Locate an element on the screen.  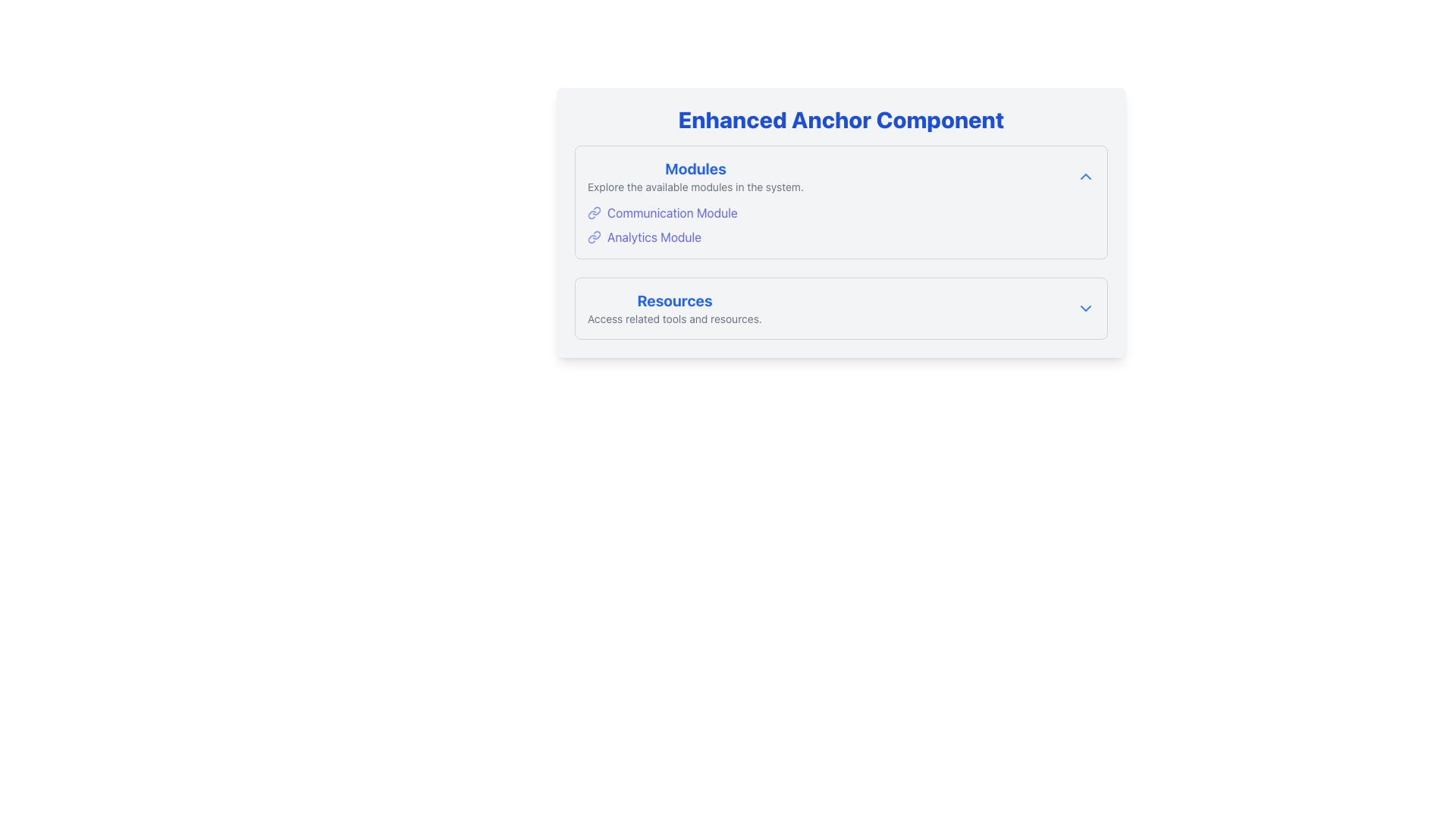
the gray text displayed below the bold blue label 'Resources' to emphasize it is located at coordinates (673, 318).